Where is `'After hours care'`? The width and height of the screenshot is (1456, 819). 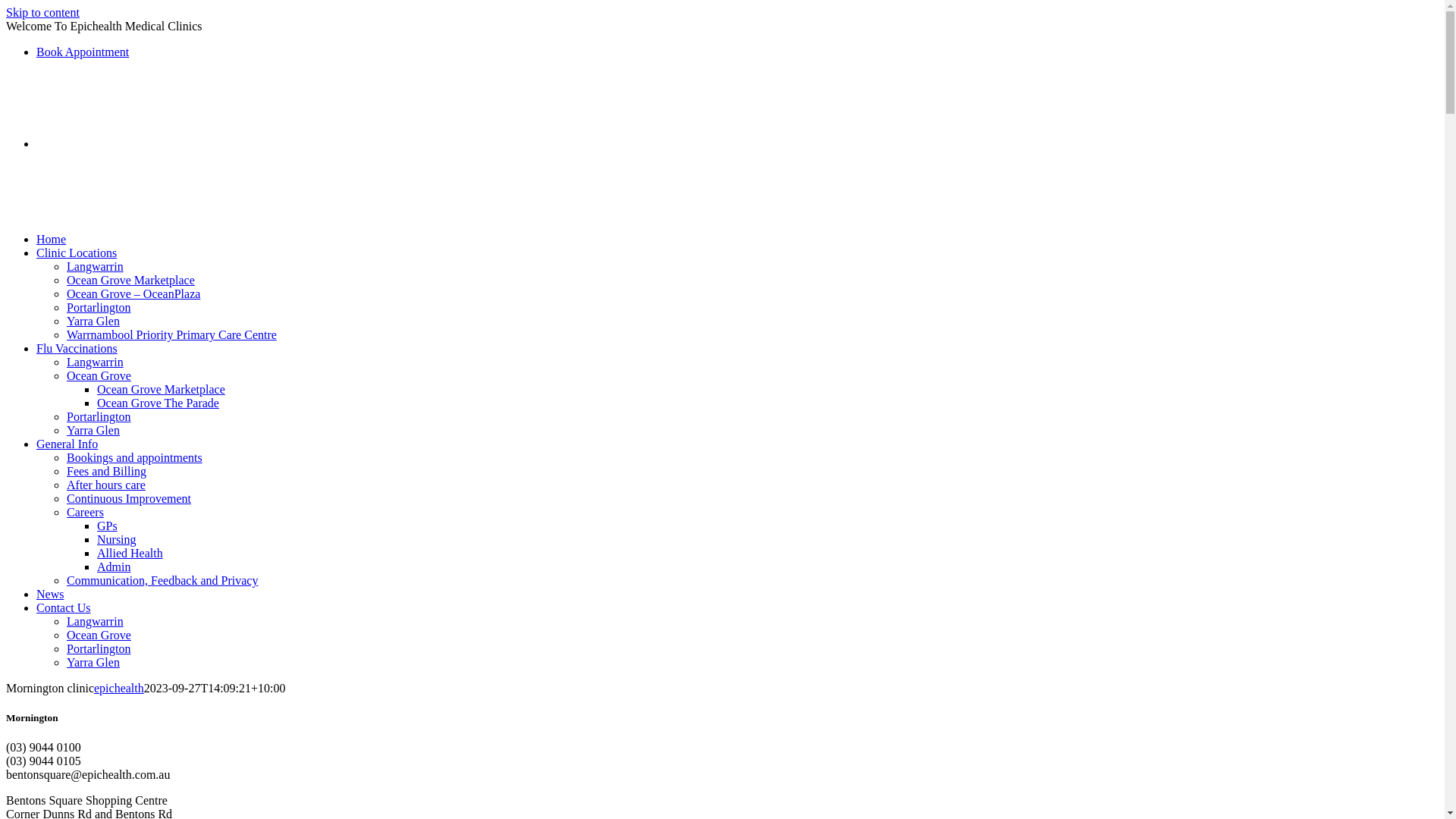
'After hours care' is located at coordinates (105, 485).